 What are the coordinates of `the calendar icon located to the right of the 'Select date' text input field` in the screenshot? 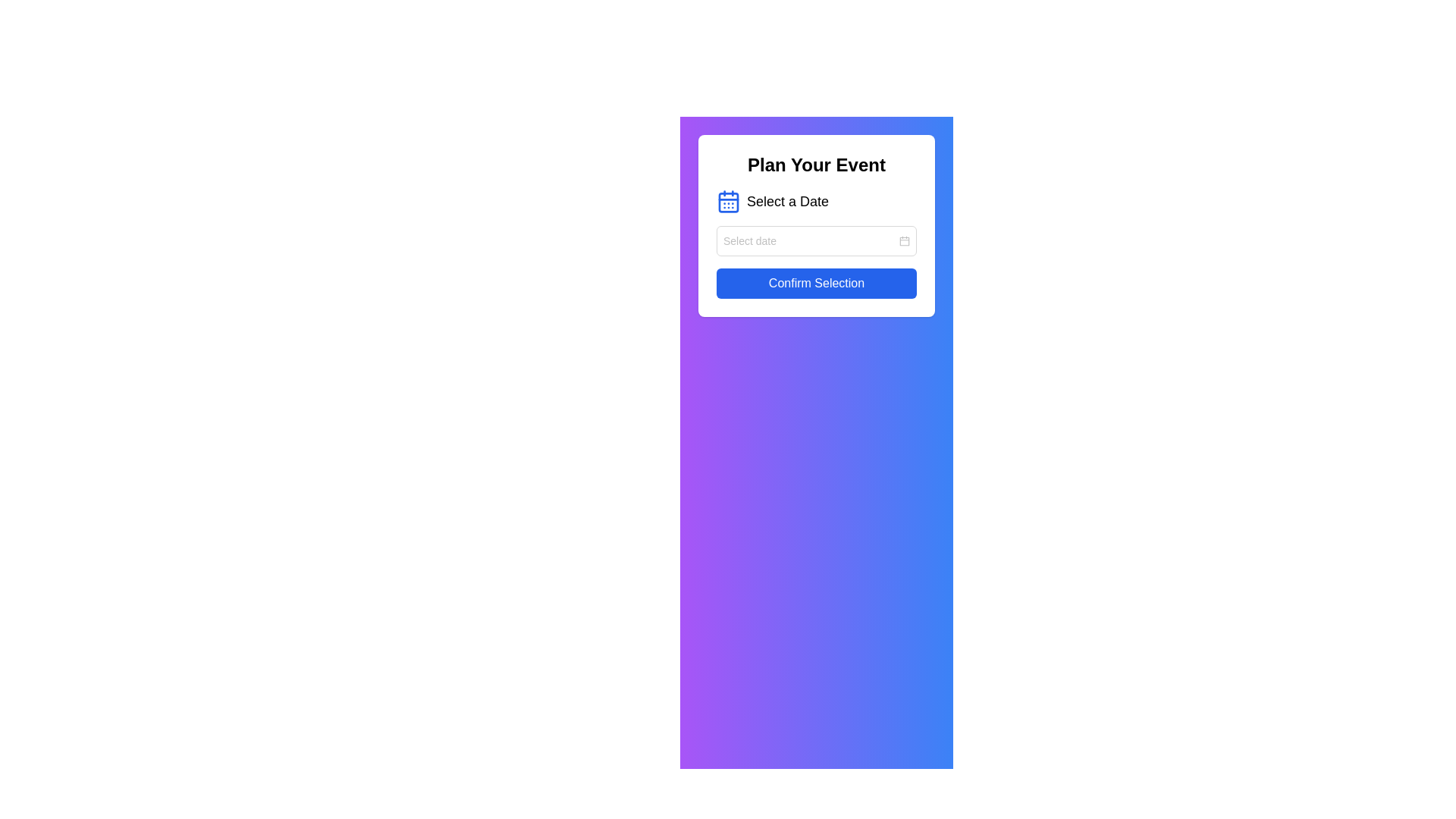 It's located at (905, 240).